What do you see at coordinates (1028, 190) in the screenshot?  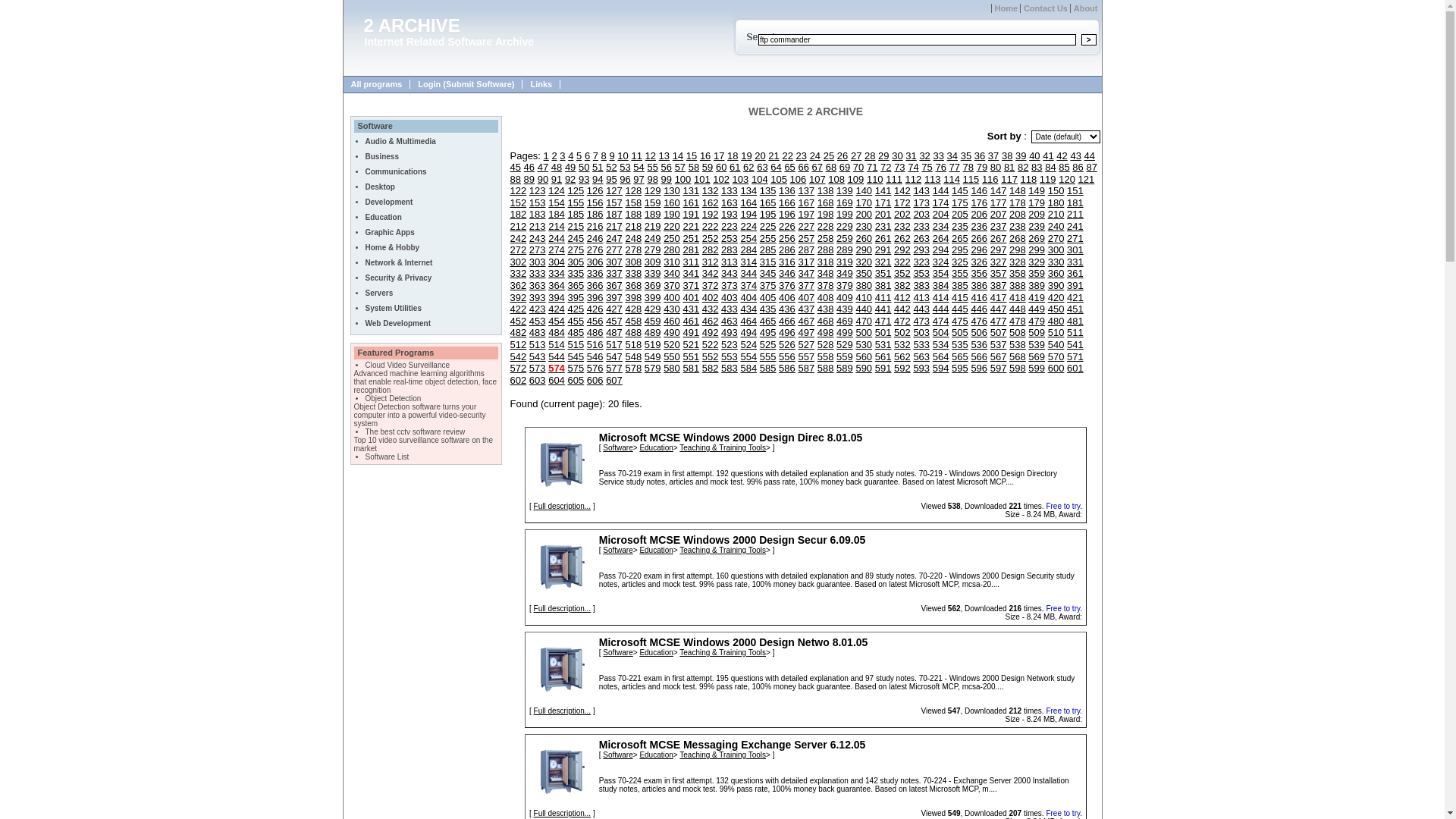 I see `'149'` at bounding box center [1028, 190].